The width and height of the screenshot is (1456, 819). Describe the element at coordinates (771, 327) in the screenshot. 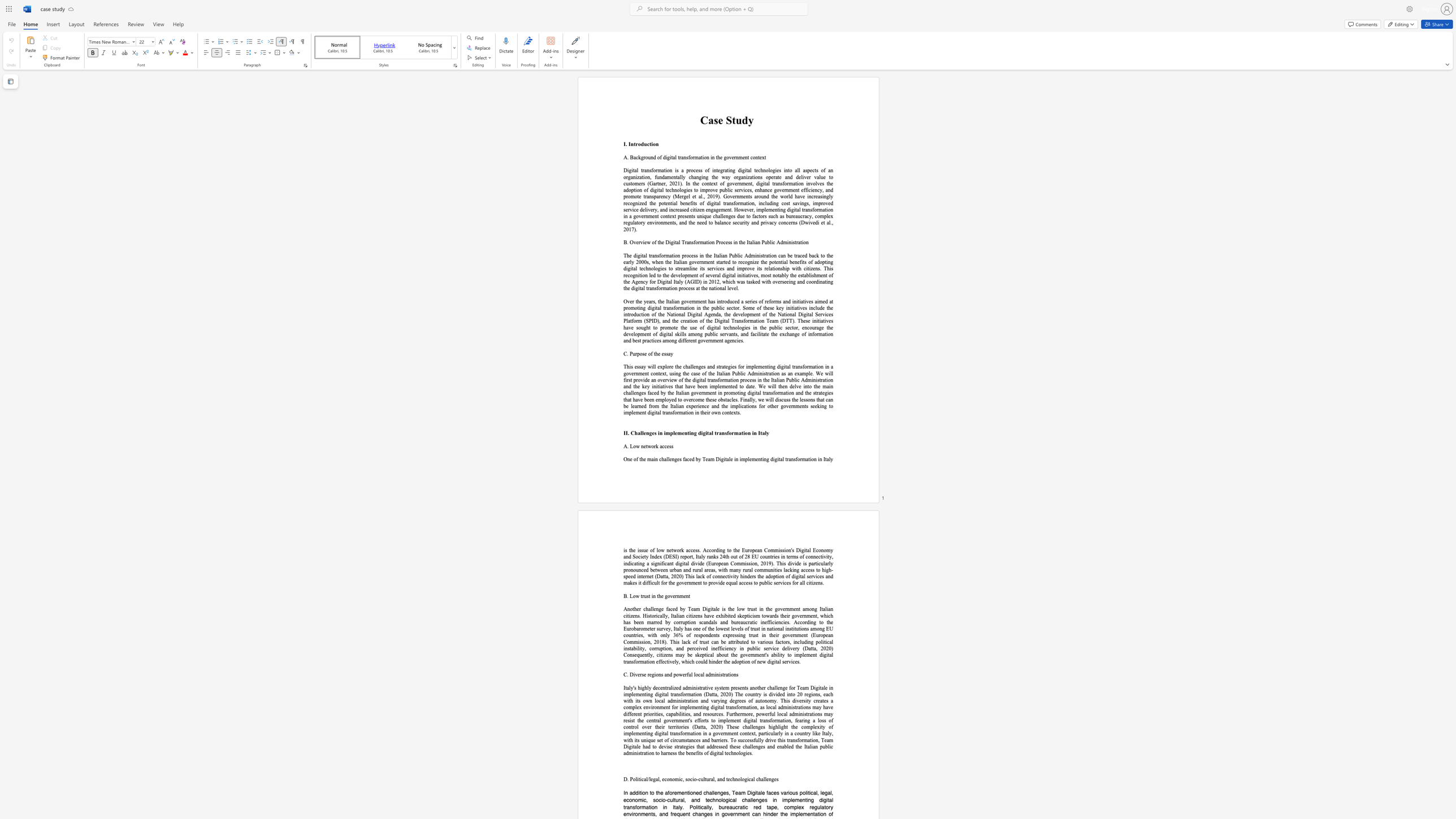

I see `the subset text "ublic sector, encourage the de" within the text "Over the years, the Italian government has introduced a series of reforms and initiatives aimed at promoting digital transformation in the public sector. Some of these key initiatives include the introduction of the National Digital Agenda, the development of the National Digital Services Platform (SPID), and the creation of the Digital Transformation Team (DTT). These initiatives have sought to promote the use of digital technologies in the public sector, encourage the development of digital skills among p"` at that location.